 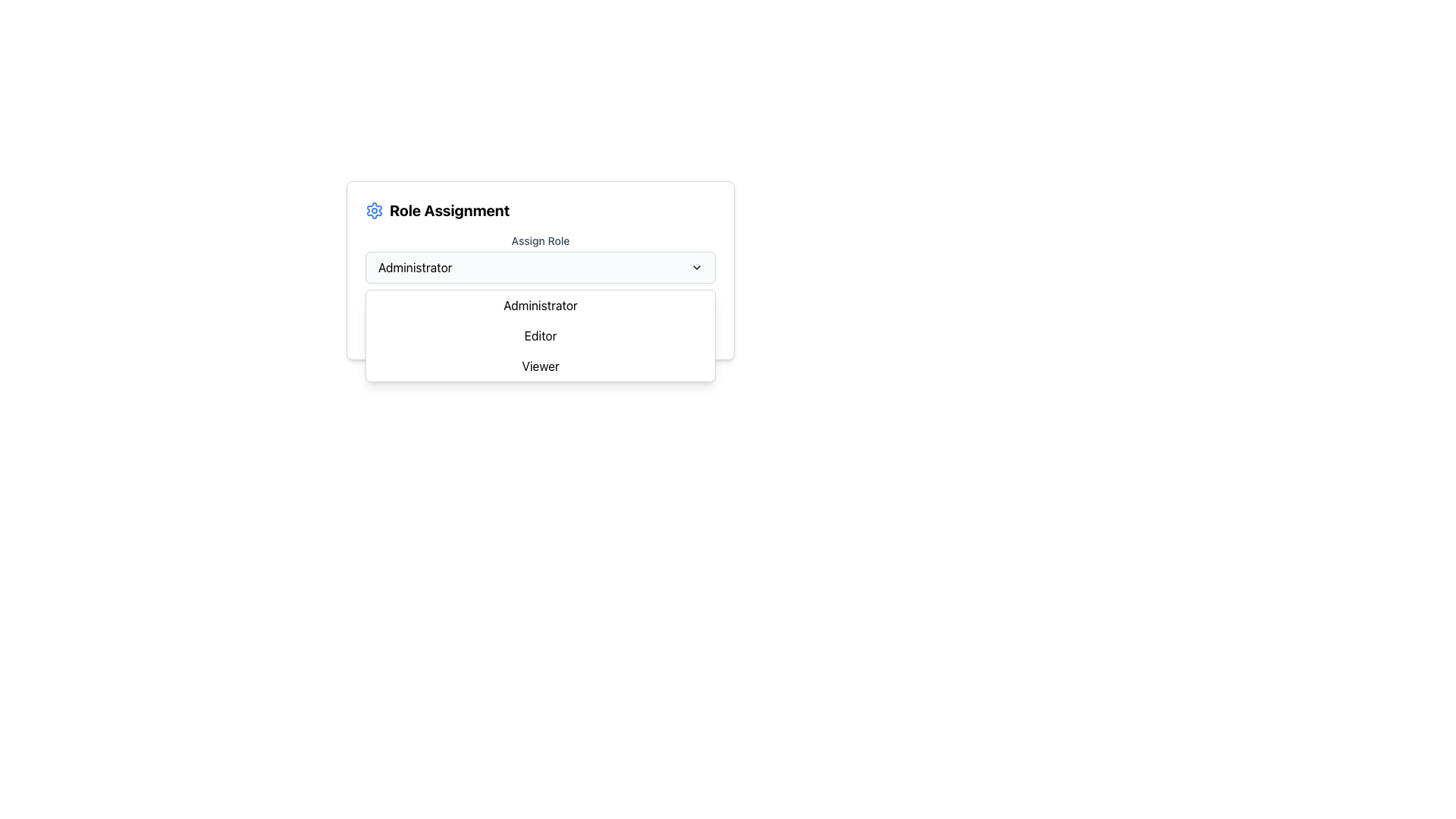 What do you see at coordinates (541, 305) in the screenshot?
I see `to select the 'Administrator' option from the dropdown menu, which is the first item displayed in bold sans-serif font on a white background` at bounding box center [541, 305].